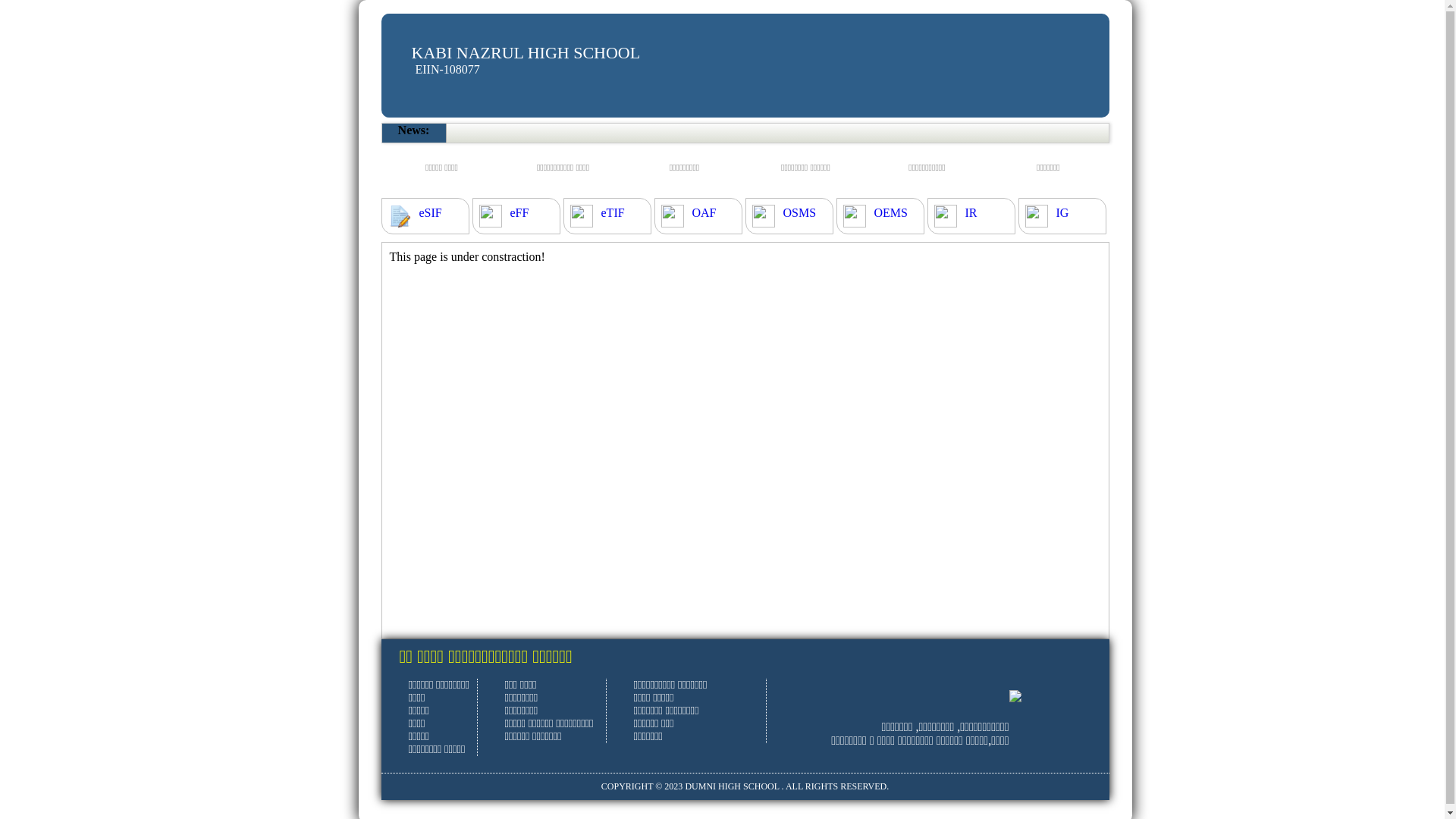  I want to click on 'OAF', so click(691, 213).